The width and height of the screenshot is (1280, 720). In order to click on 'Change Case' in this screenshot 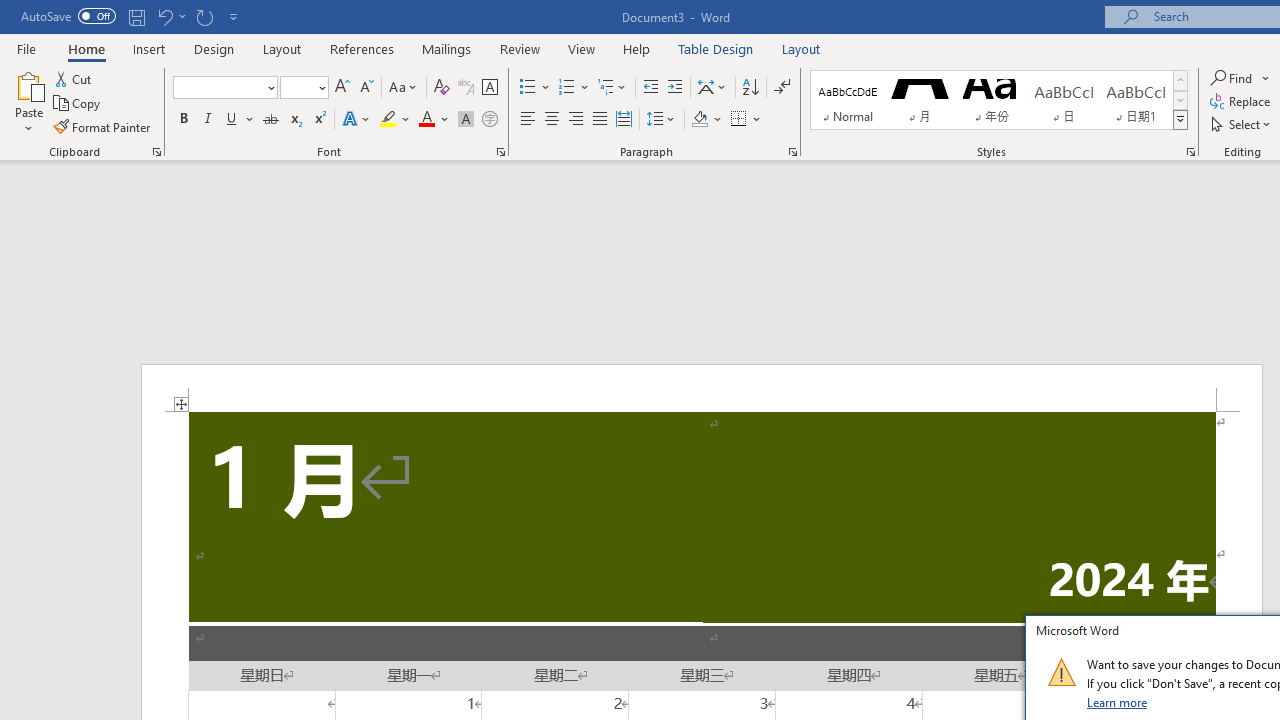, I will do `click(403, 86)`.